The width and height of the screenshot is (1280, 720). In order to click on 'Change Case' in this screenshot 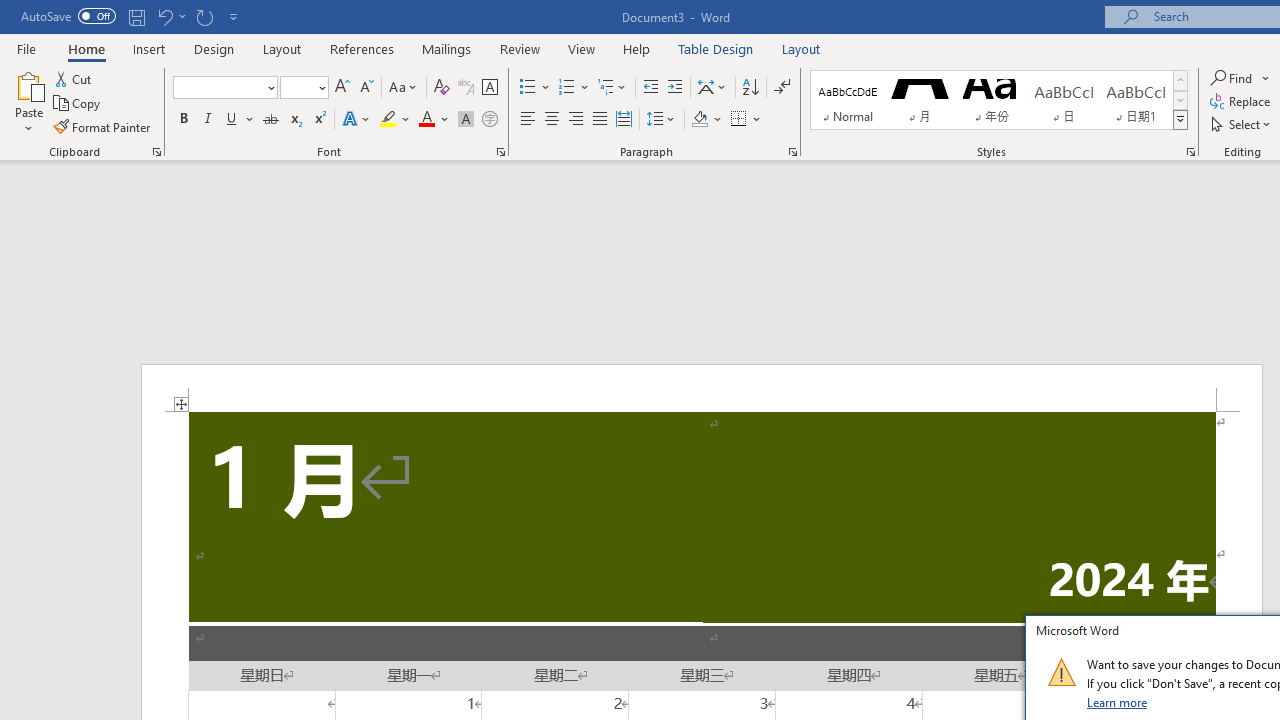, I will do `click(403, 86)`.